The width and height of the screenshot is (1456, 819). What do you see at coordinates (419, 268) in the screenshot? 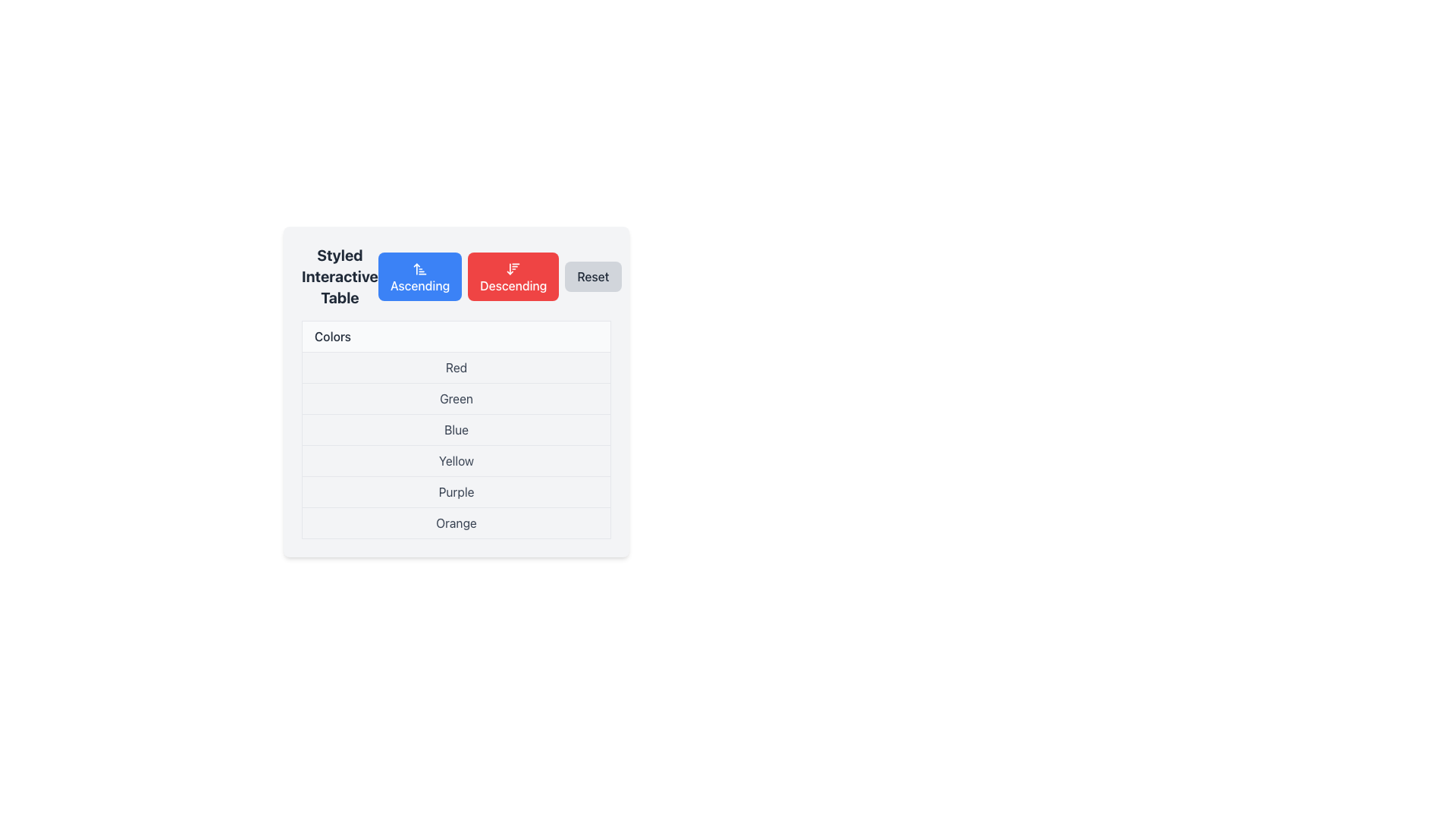
I see `the ascending order icon located within the blue button above the table labeled 'Colors'` at bounding box center [419, 268].